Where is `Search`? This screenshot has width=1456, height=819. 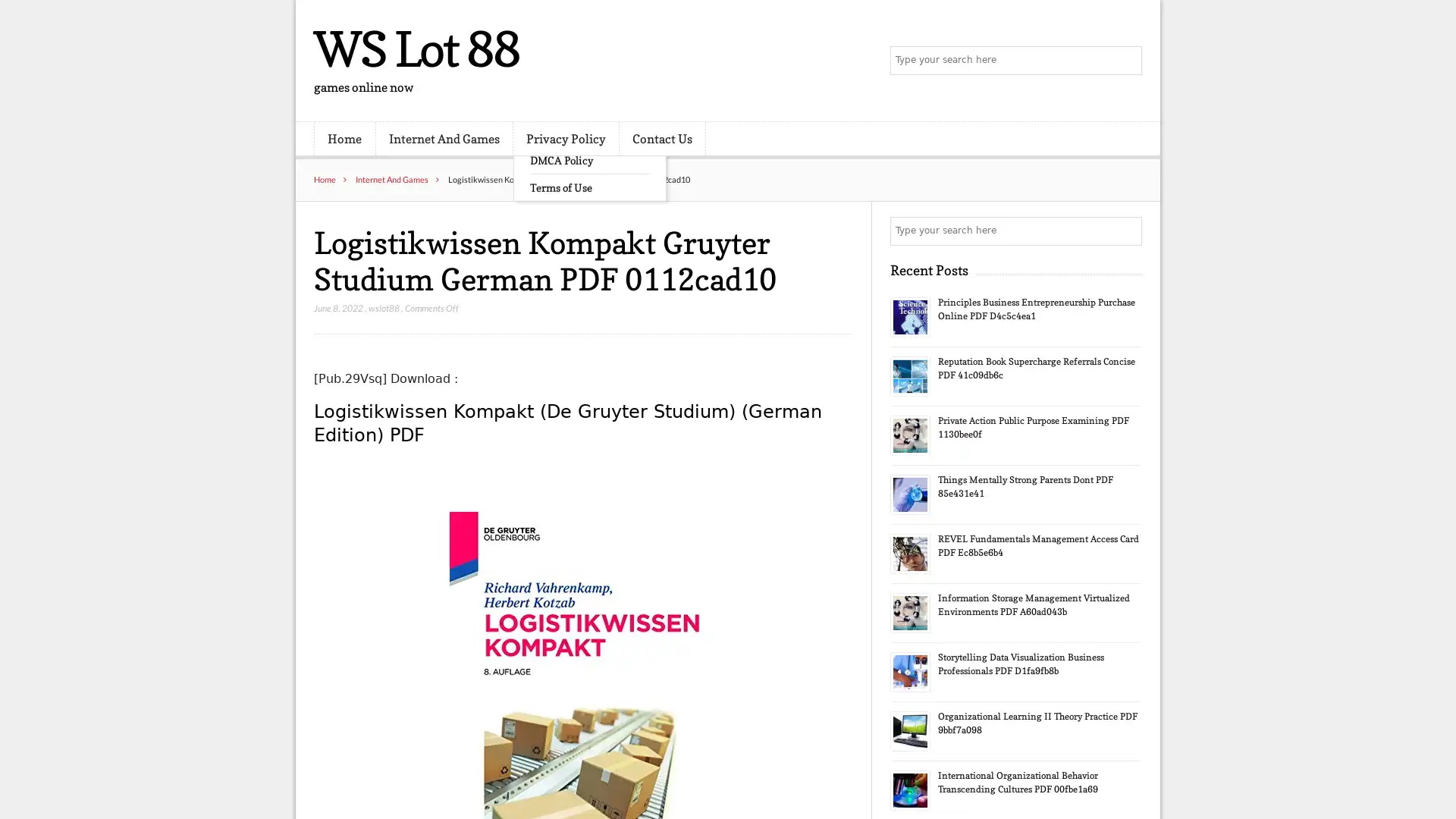 Search is located at coordinates (1126, 61).